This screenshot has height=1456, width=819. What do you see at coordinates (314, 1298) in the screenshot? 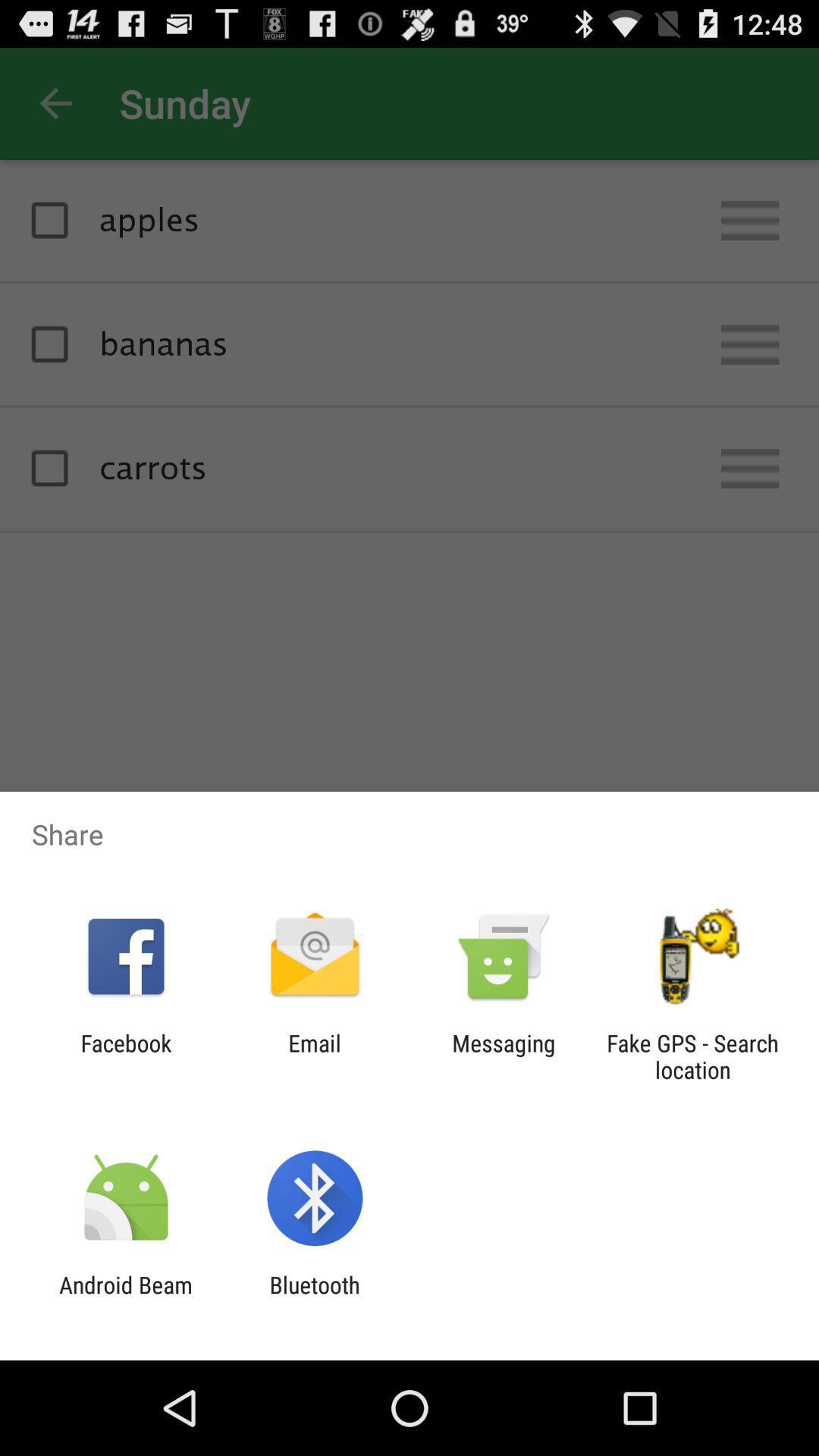
I see `bluetooth icon` at bounding box center [314, 1298].